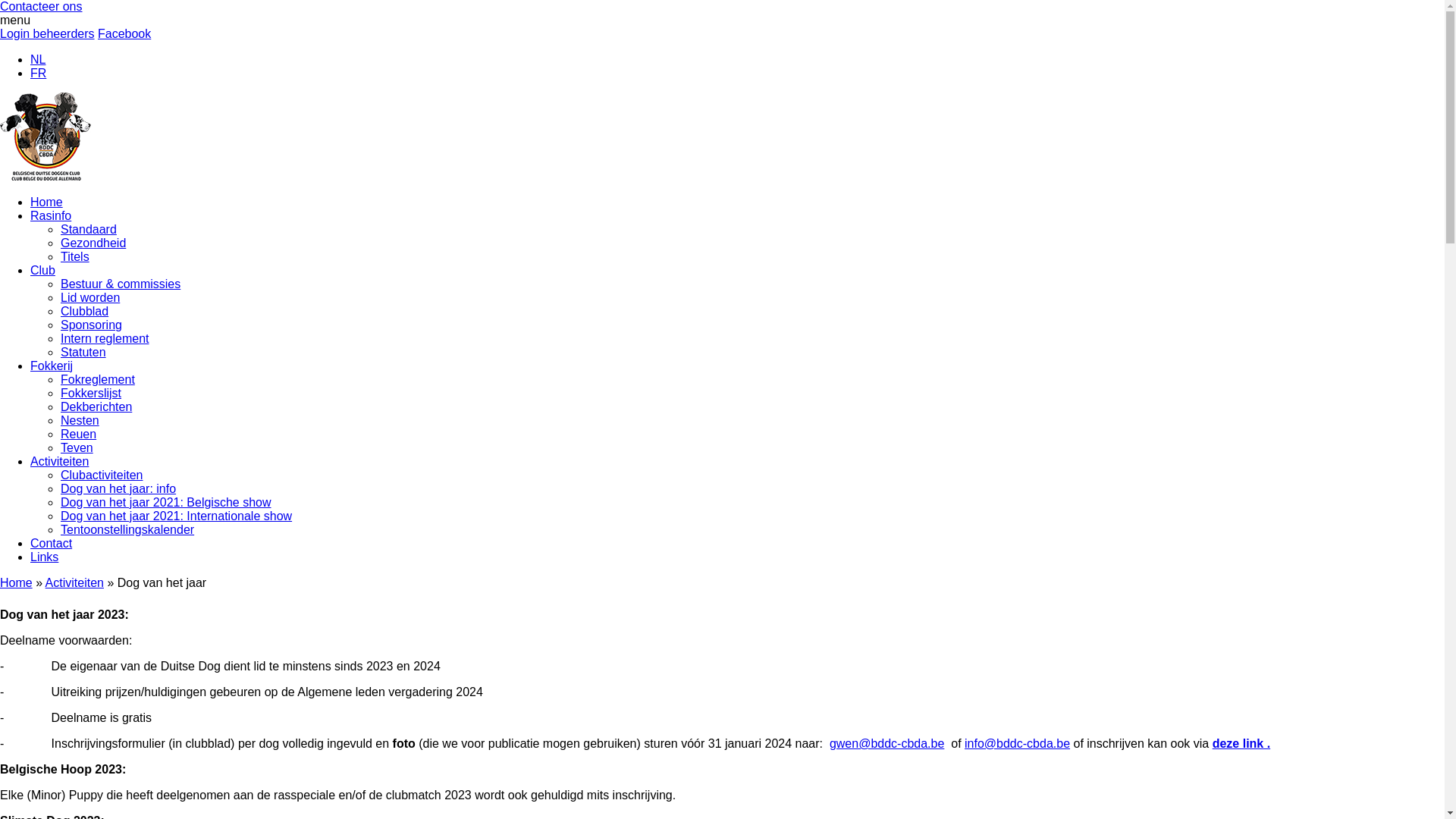 The height and width of the screenshot is (819, 1456). What do you see at coordinates (30, 215) in the screenshot?
I see `'Rasinfo'` at bounding box center [30, 215].